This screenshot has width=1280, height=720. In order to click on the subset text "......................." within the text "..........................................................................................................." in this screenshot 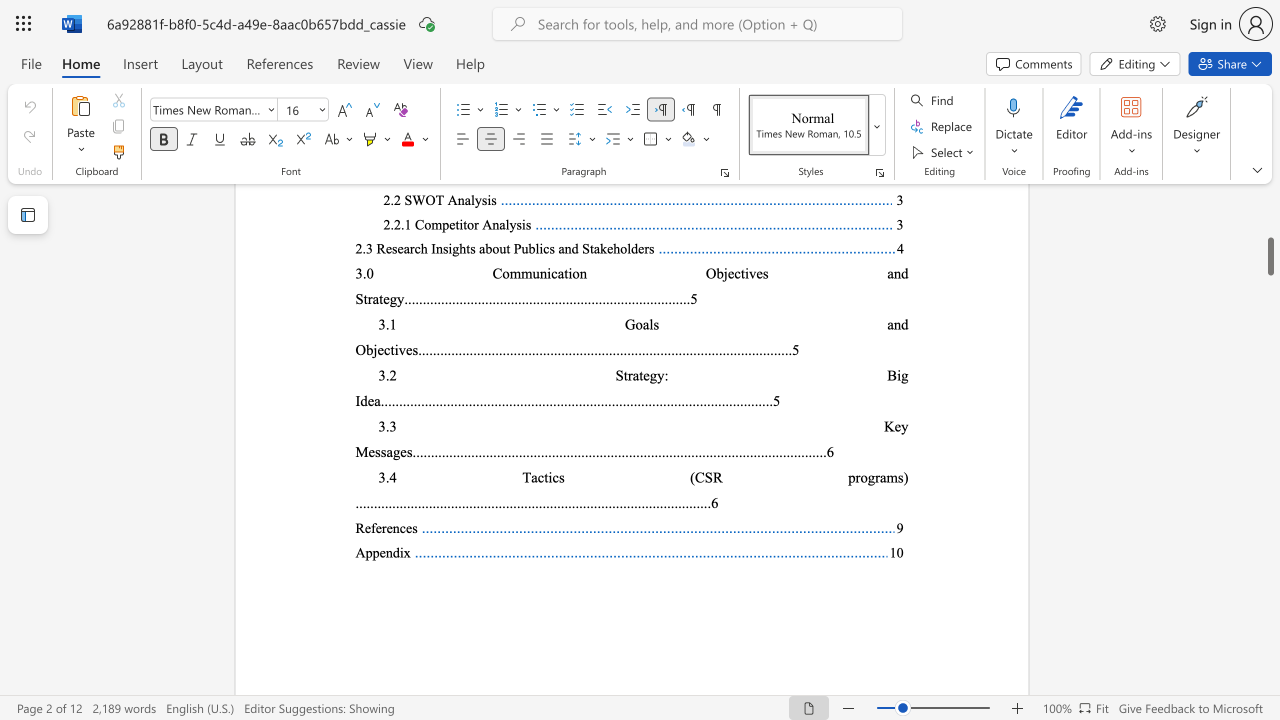, I will do `click(583, 452)`.